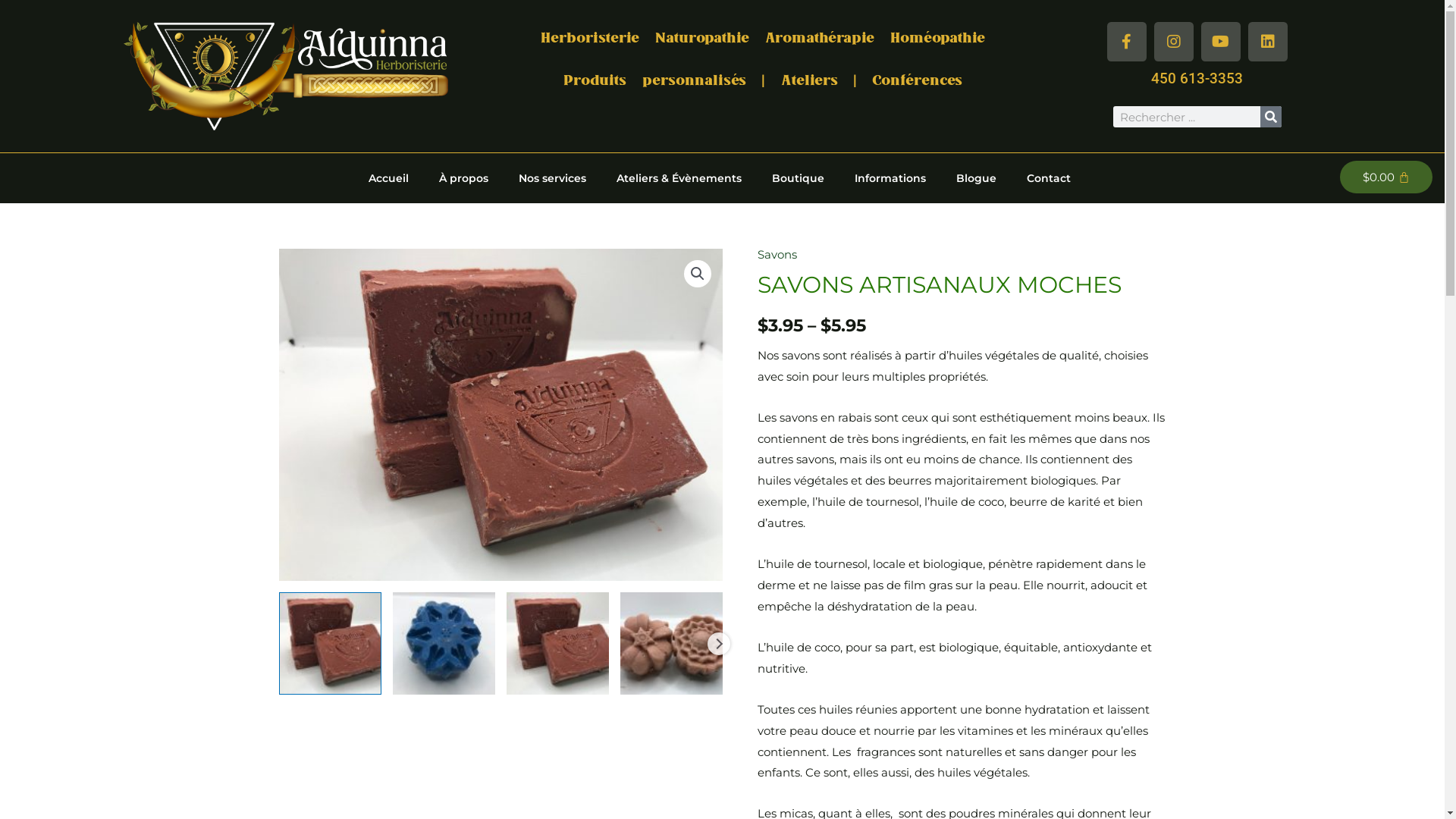 This screenshot has width=1456, height=819. Describe the element at coordinates (757, 177) in the screenshot. I see `'Boutique'` at that location.